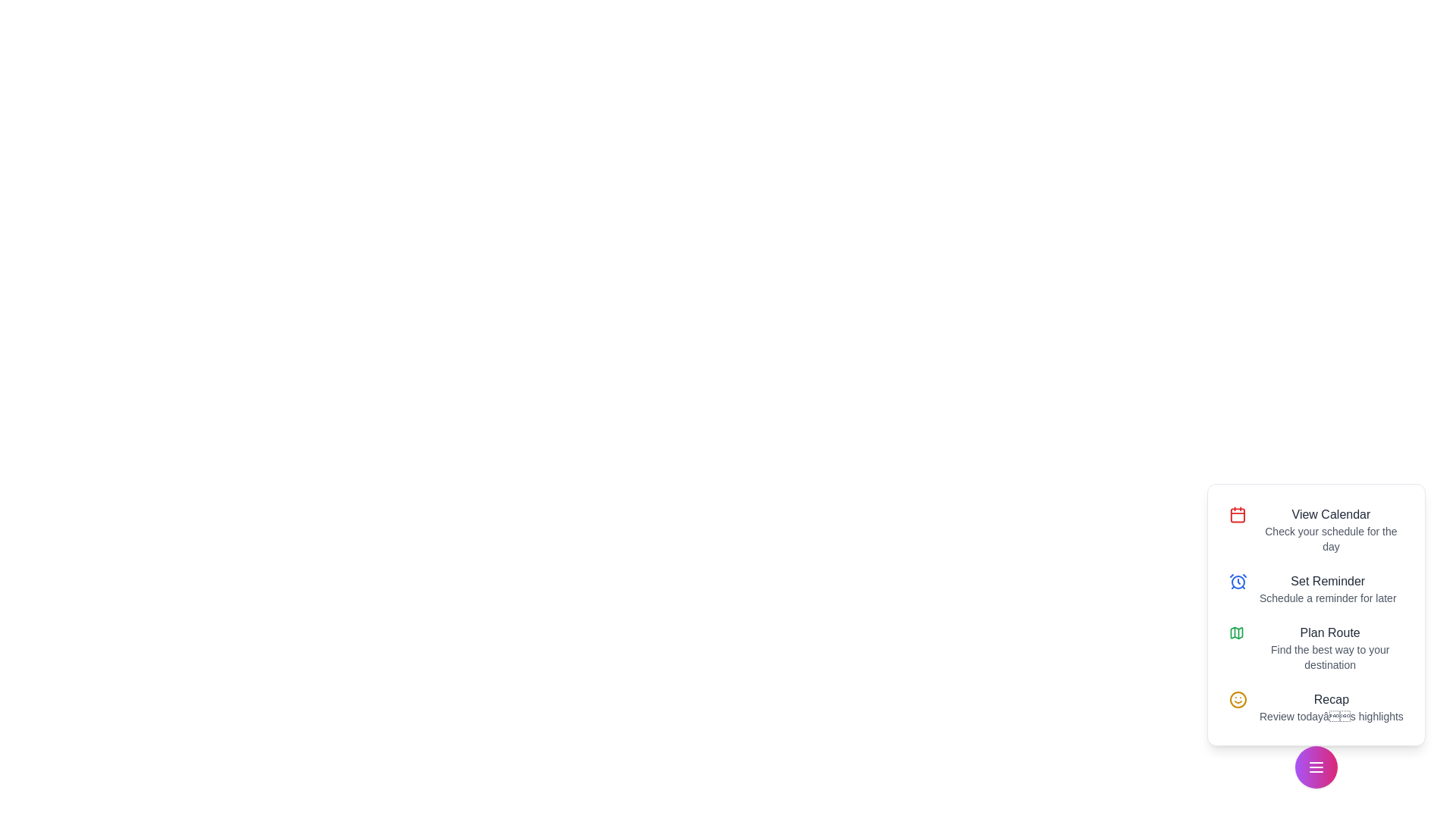  What do you see at coordinates (1316, 767) in the screenshot?
I see `the speed dial button to toggle the menu state` at bounding box center [1316, 767].